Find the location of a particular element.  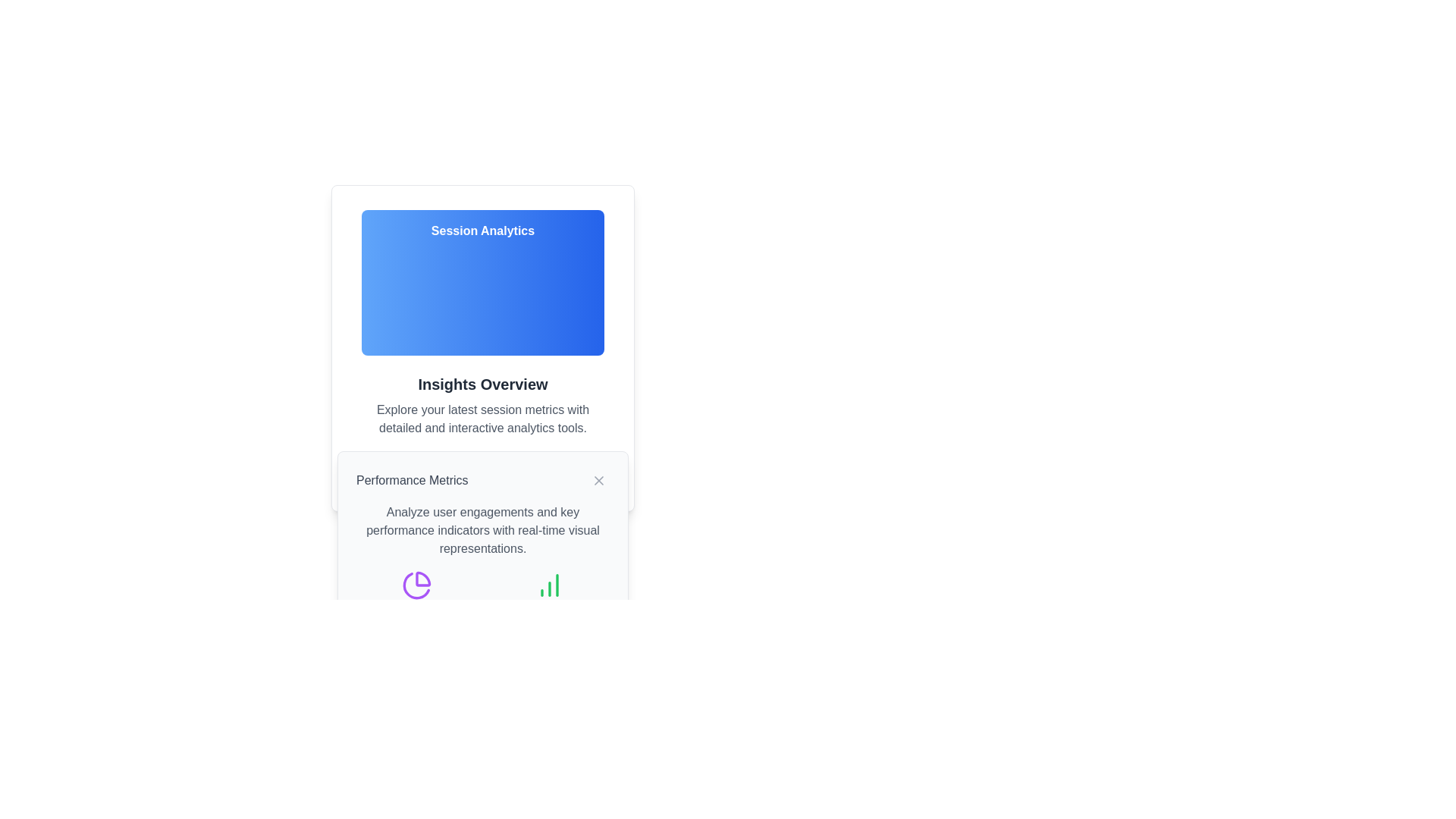

descriptive text label located below the 'Insights Overview' heading in the analytics card layout, which provides context for session metrics tools is located at coordinates (482, 419).